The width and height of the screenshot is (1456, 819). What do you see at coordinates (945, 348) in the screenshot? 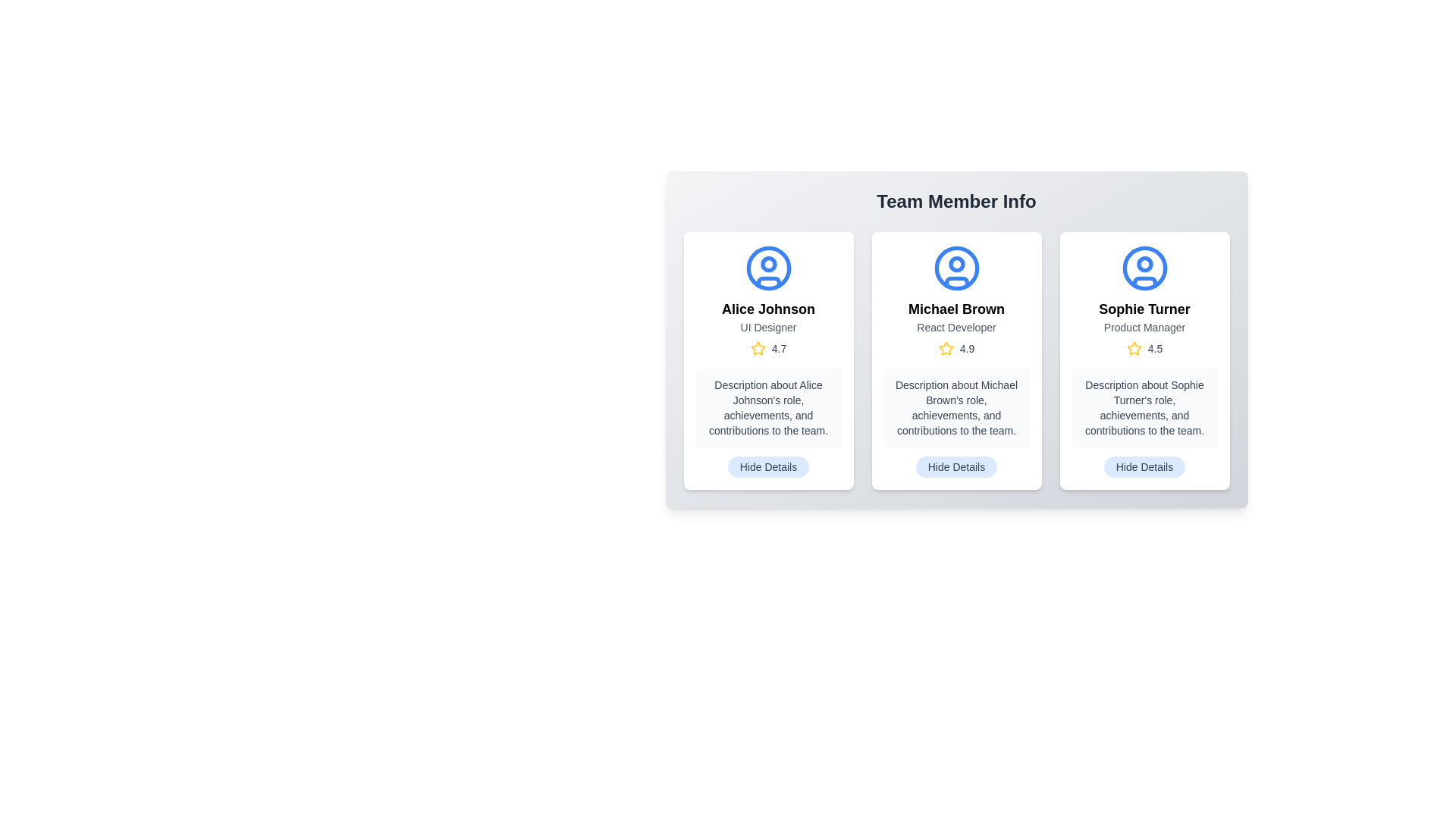
I see `the yellow star icon representing a rating feature located beside the numeric rating value '4.9' under the header 'Michael Brown'` at bounding box center [945, 348].